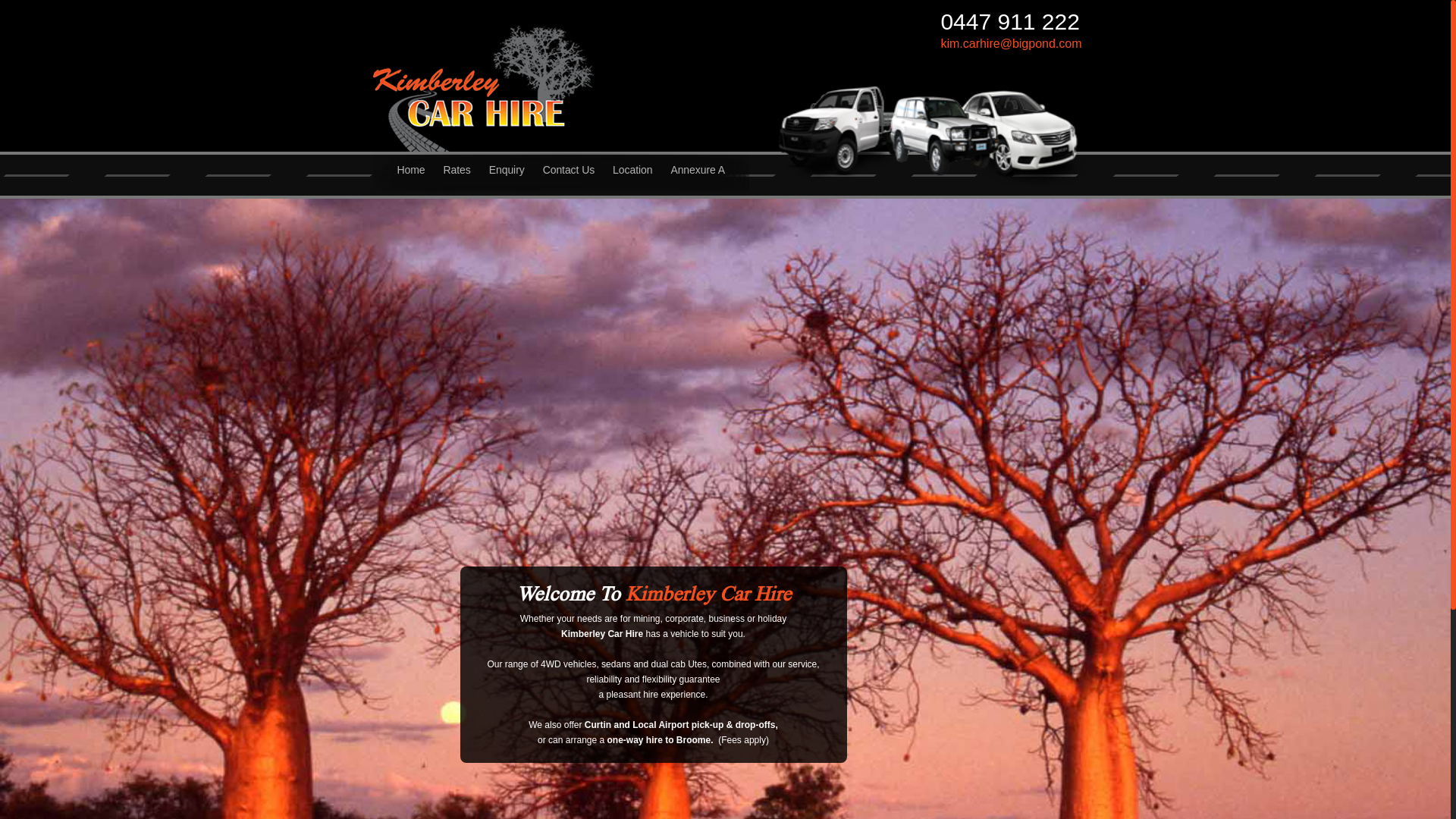 The image size is (1456, 819). What do you see at coordinates (507, 177) in the screenshot?
I see `'Enquiry'` at bounding box center [507, 177].